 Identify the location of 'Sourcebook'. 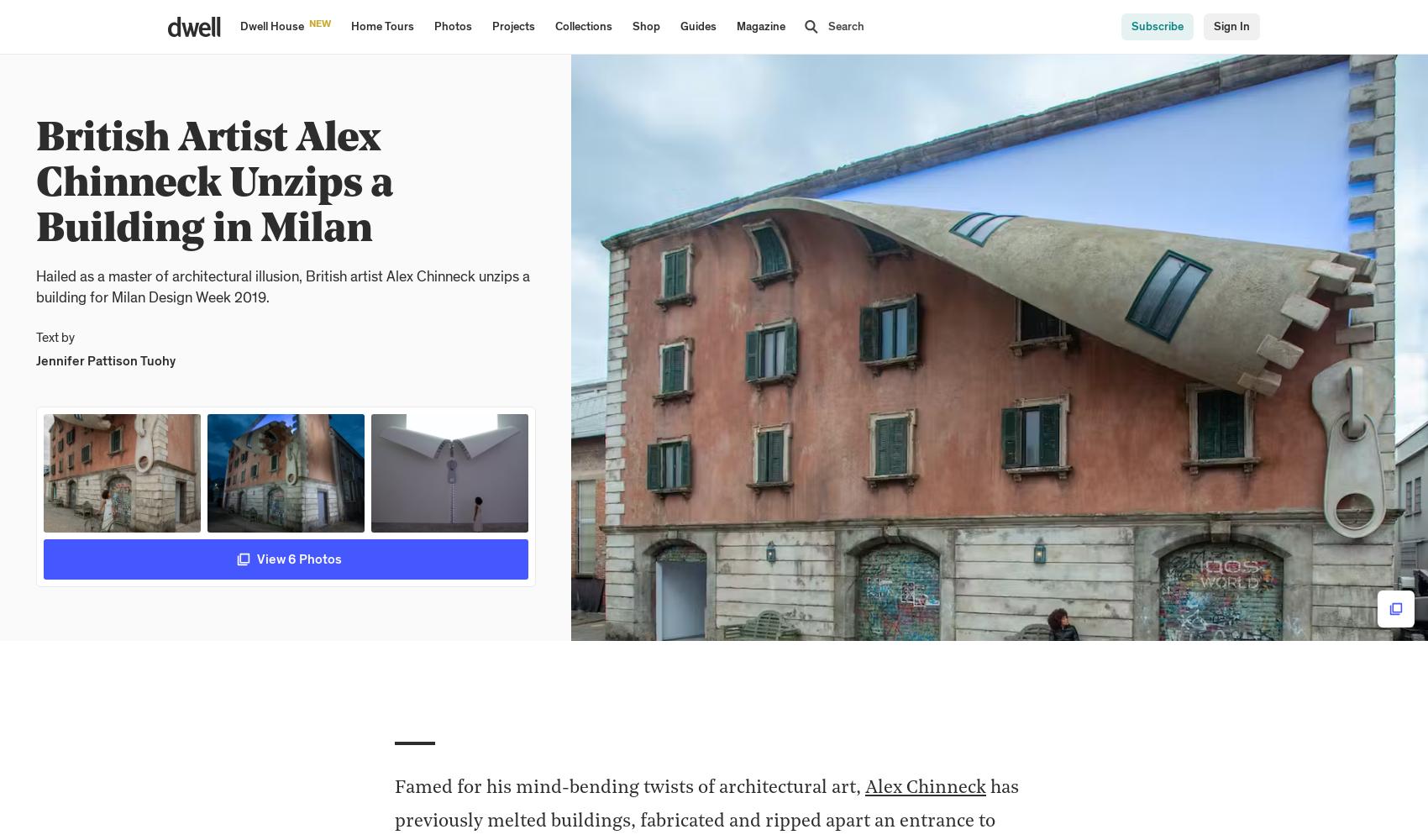
(521, 10).